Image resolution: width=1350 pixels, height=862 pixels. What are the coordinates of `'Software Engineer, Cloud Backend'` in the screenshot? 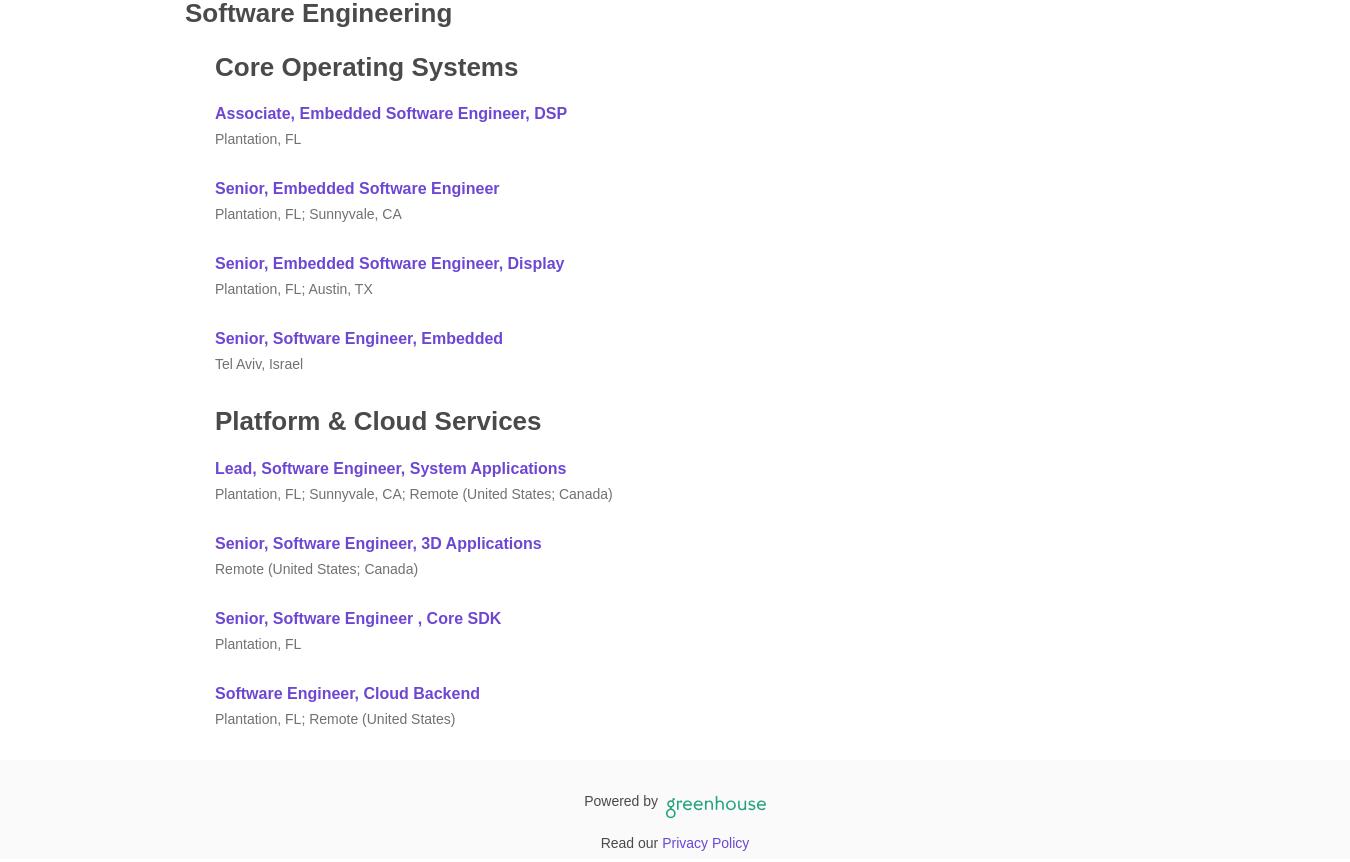 It's located at (215, 691).